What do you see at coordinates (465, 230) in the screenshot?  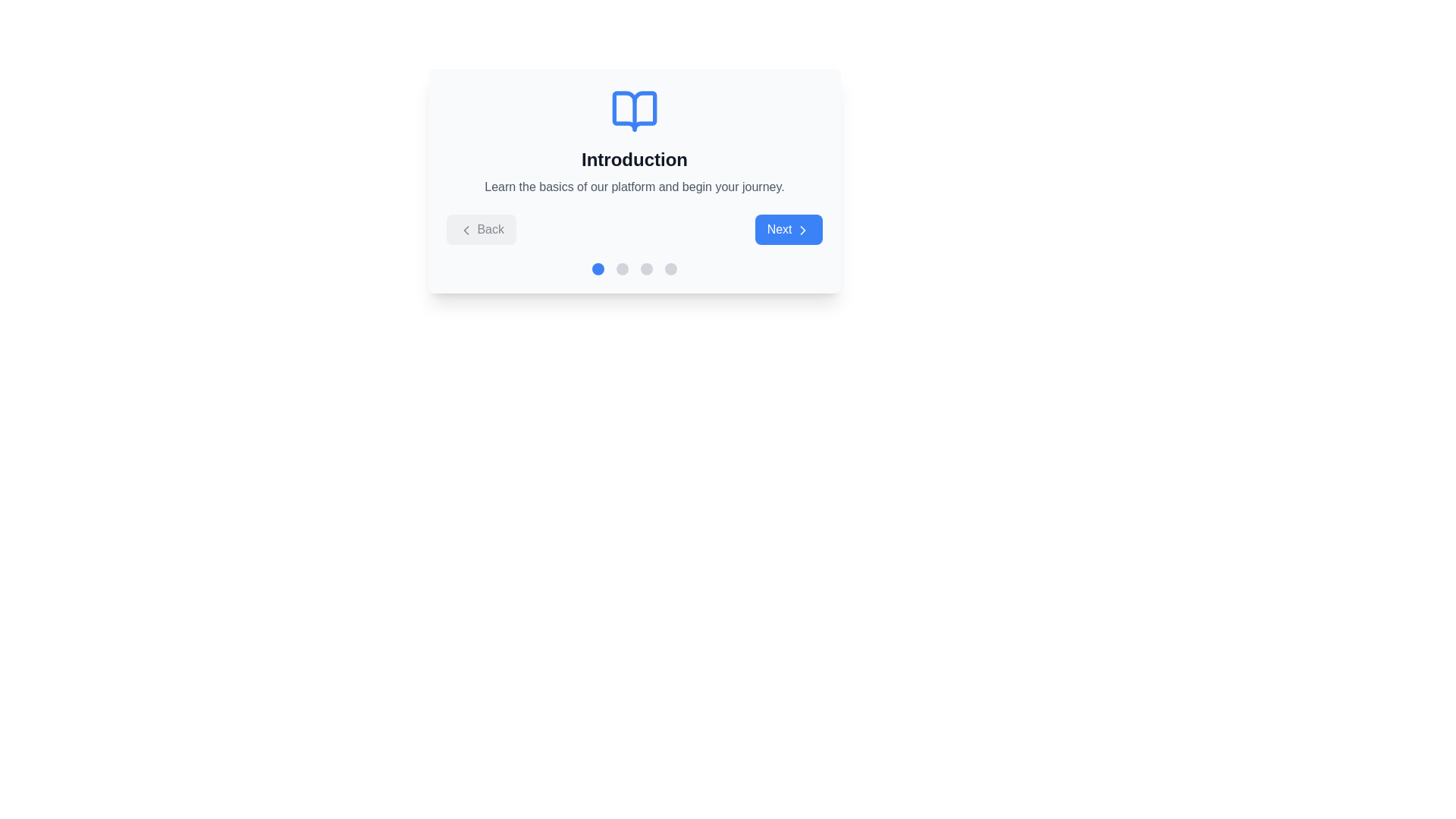 I see `the visual details of the navigation back icon located at the center-left of the 'Back' button within the dialog box layout` at bounding box center [465, 230].